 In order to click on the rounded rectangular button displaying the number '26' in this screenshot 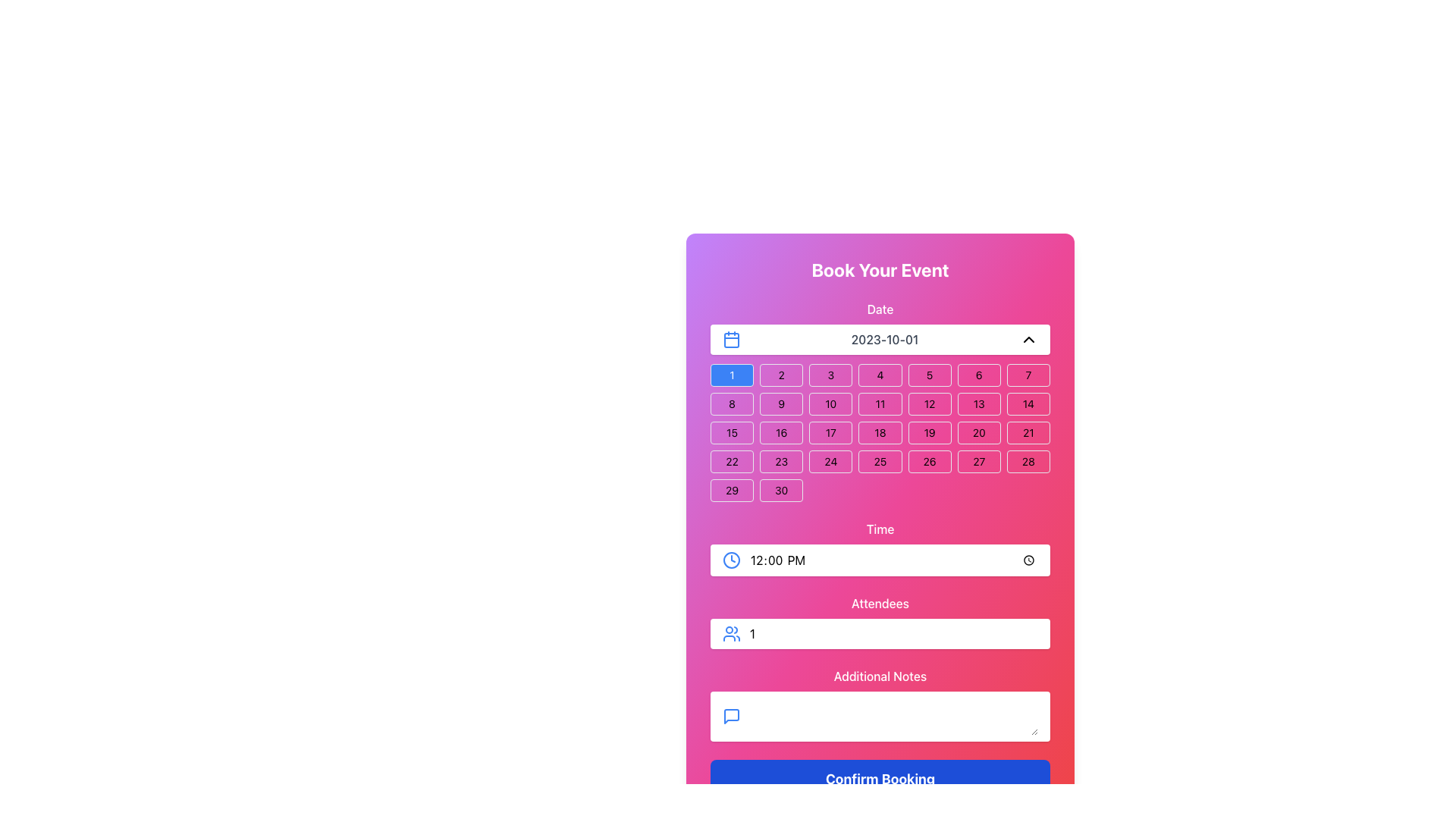, I will do `click(929, 461)`.